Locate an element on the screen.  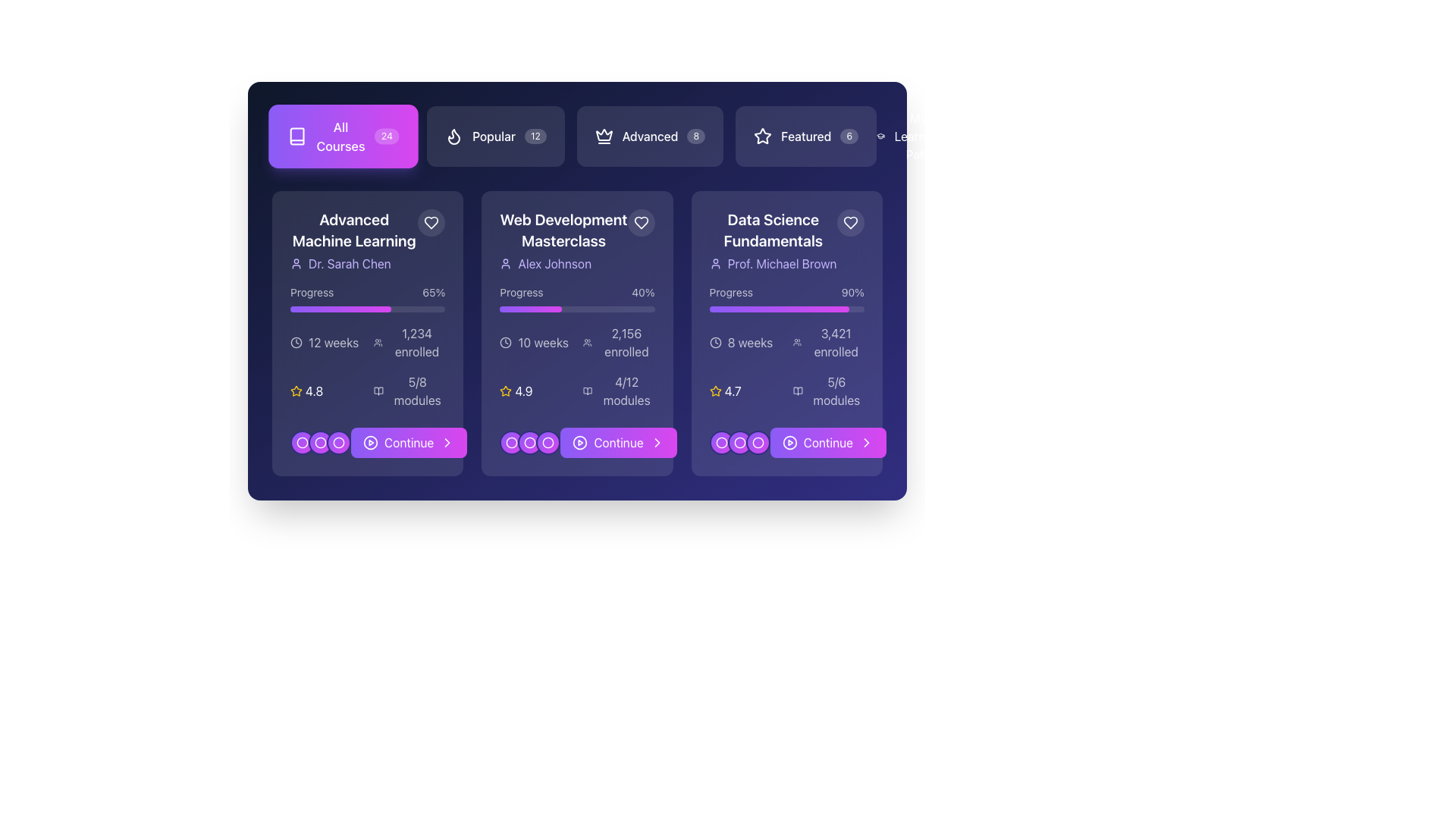
the progress bar located at the bottom section of the 'Data Science Fundamentals' card, which is aligned horizontally and positioned to the right under the 'Progress' text with '90%' is located at coordinates (786, 309).